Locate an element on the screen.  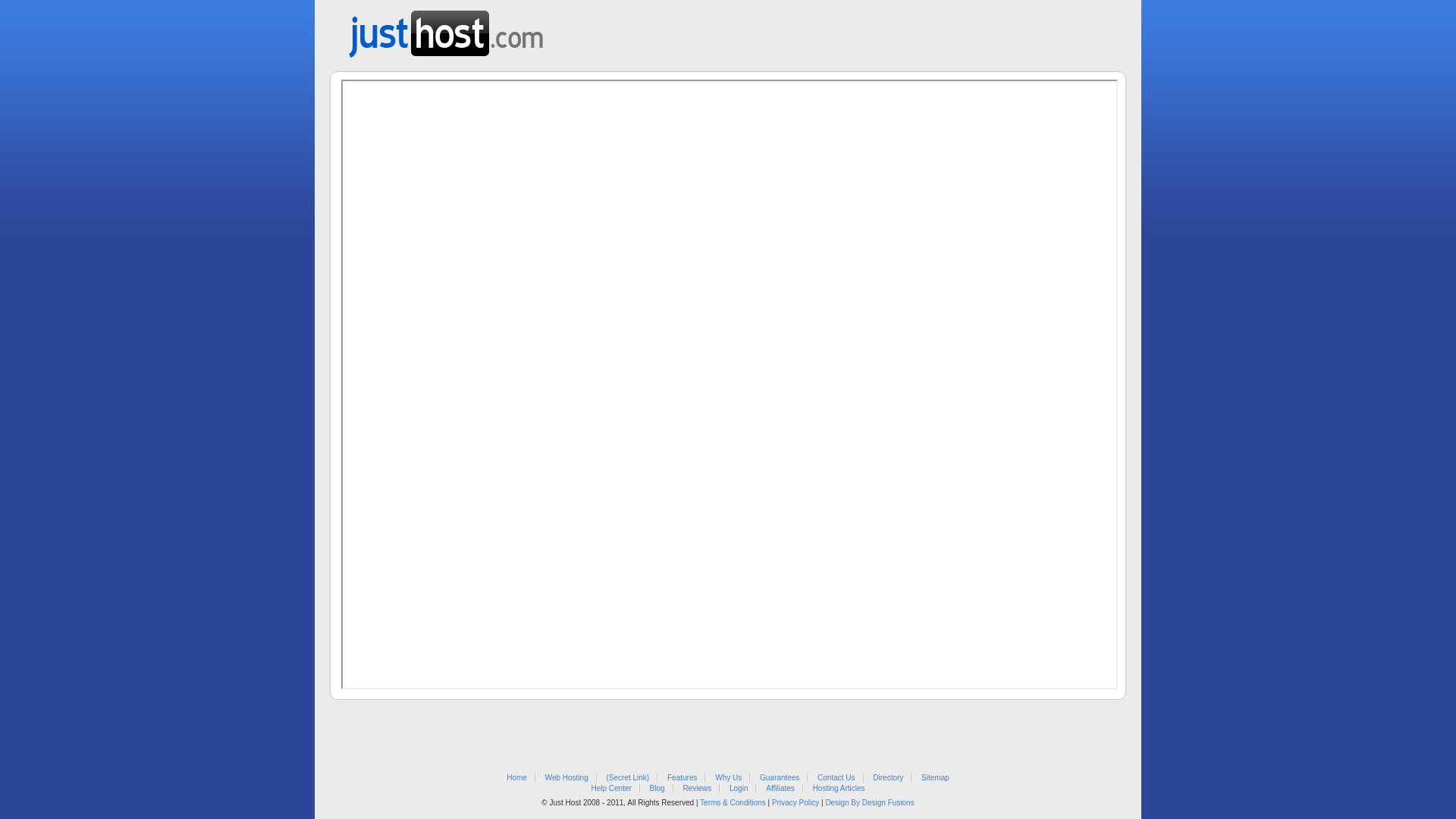
'Help Center' is located at coordinates (610, 787).